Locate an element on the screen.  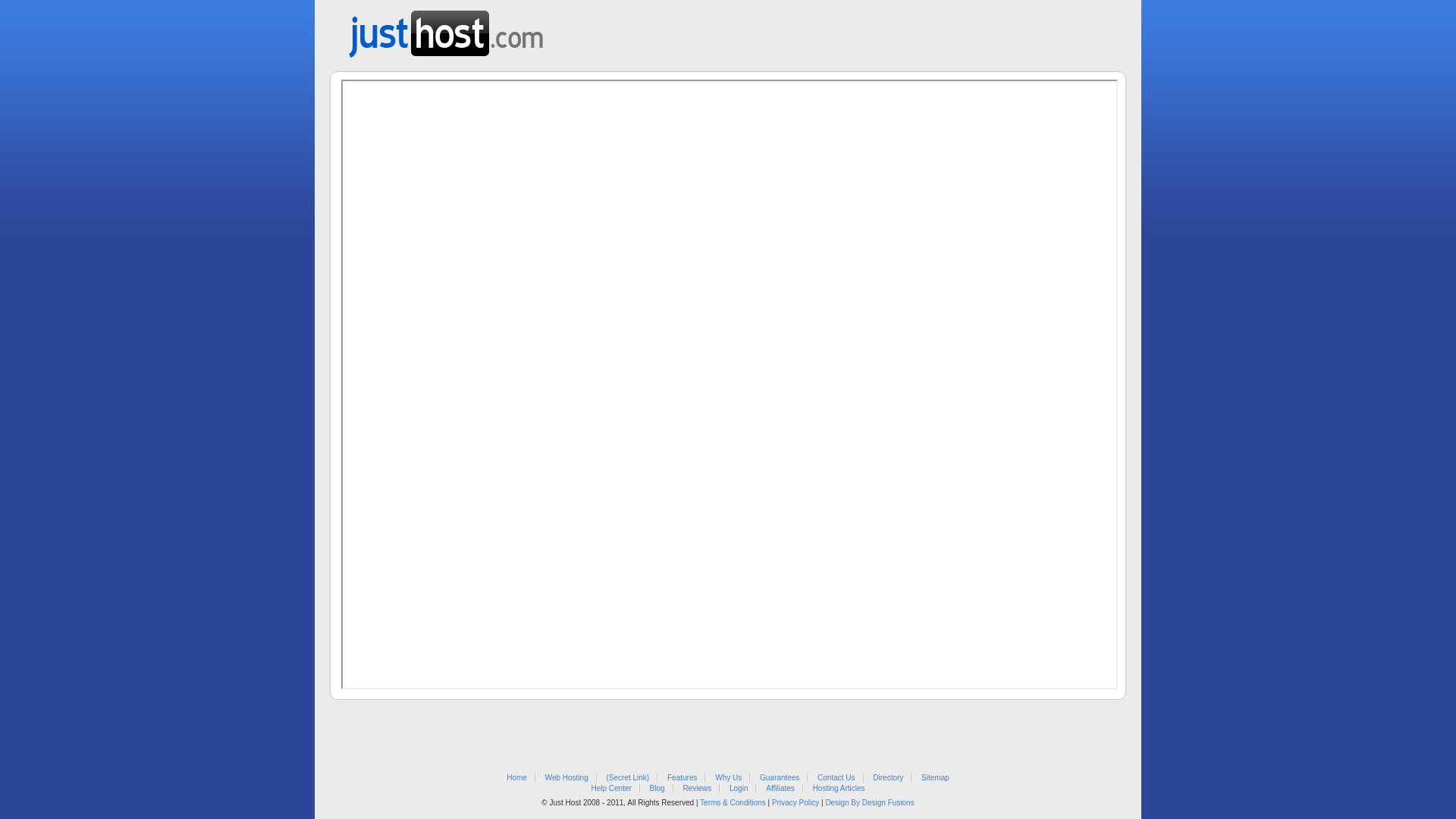
'Help Center' is located at coordinates (610, 787).